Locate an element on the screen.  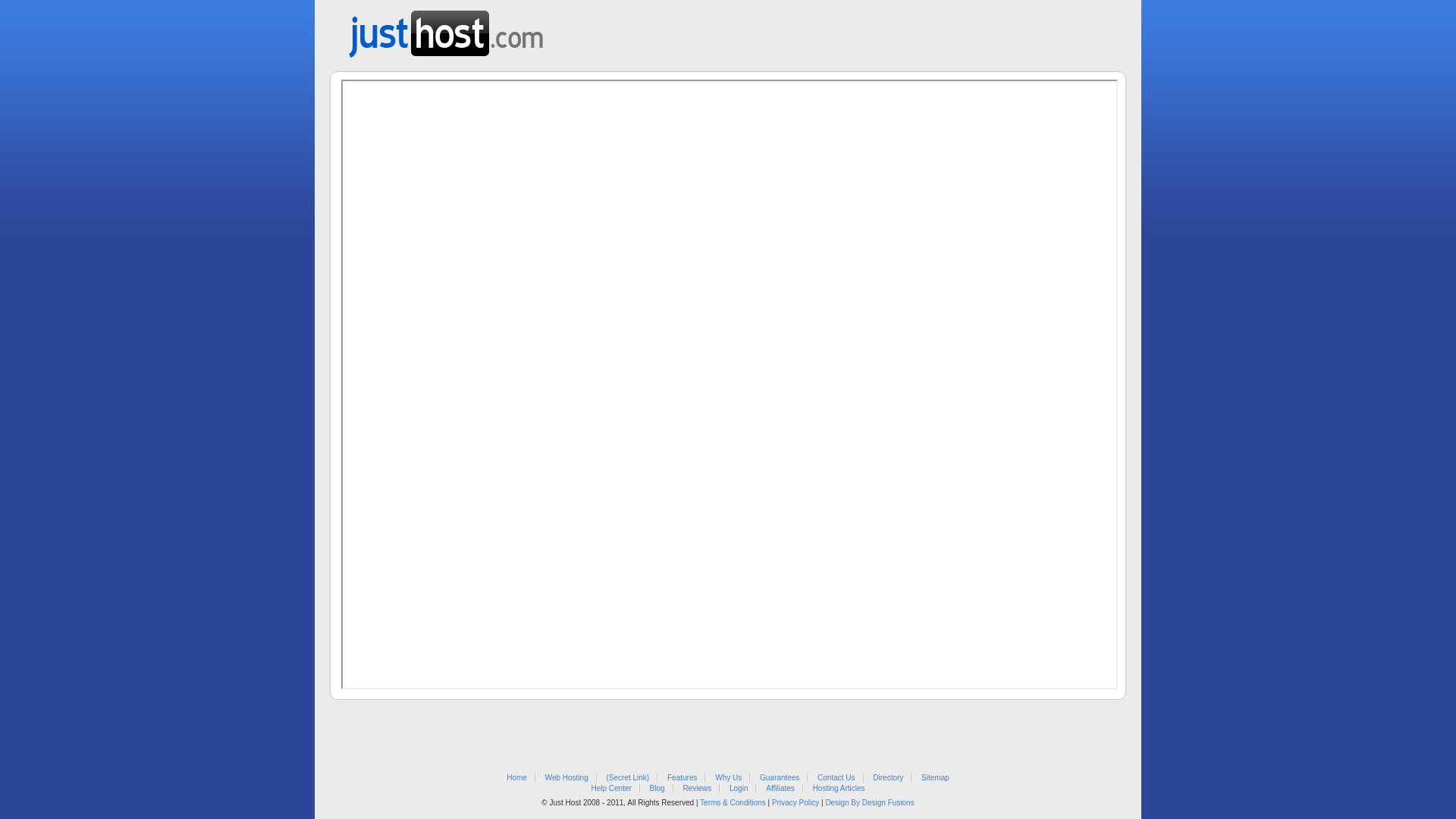
'Help Center' is located at coordinates (610, 787).